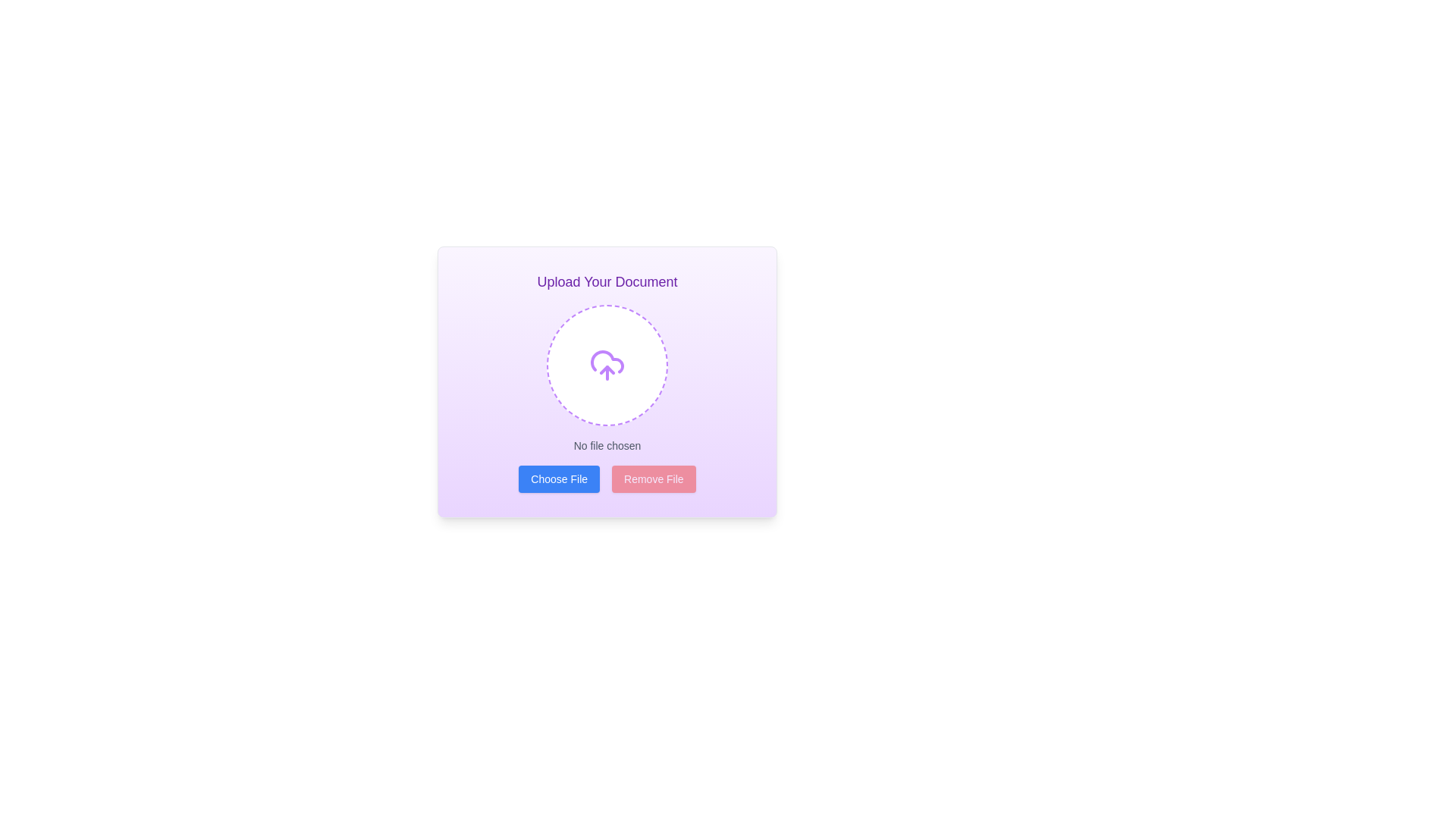 This screenshot has width=1456, height=819. I want to click on the blue 'Choose File' button with white text, so click(558, 479).